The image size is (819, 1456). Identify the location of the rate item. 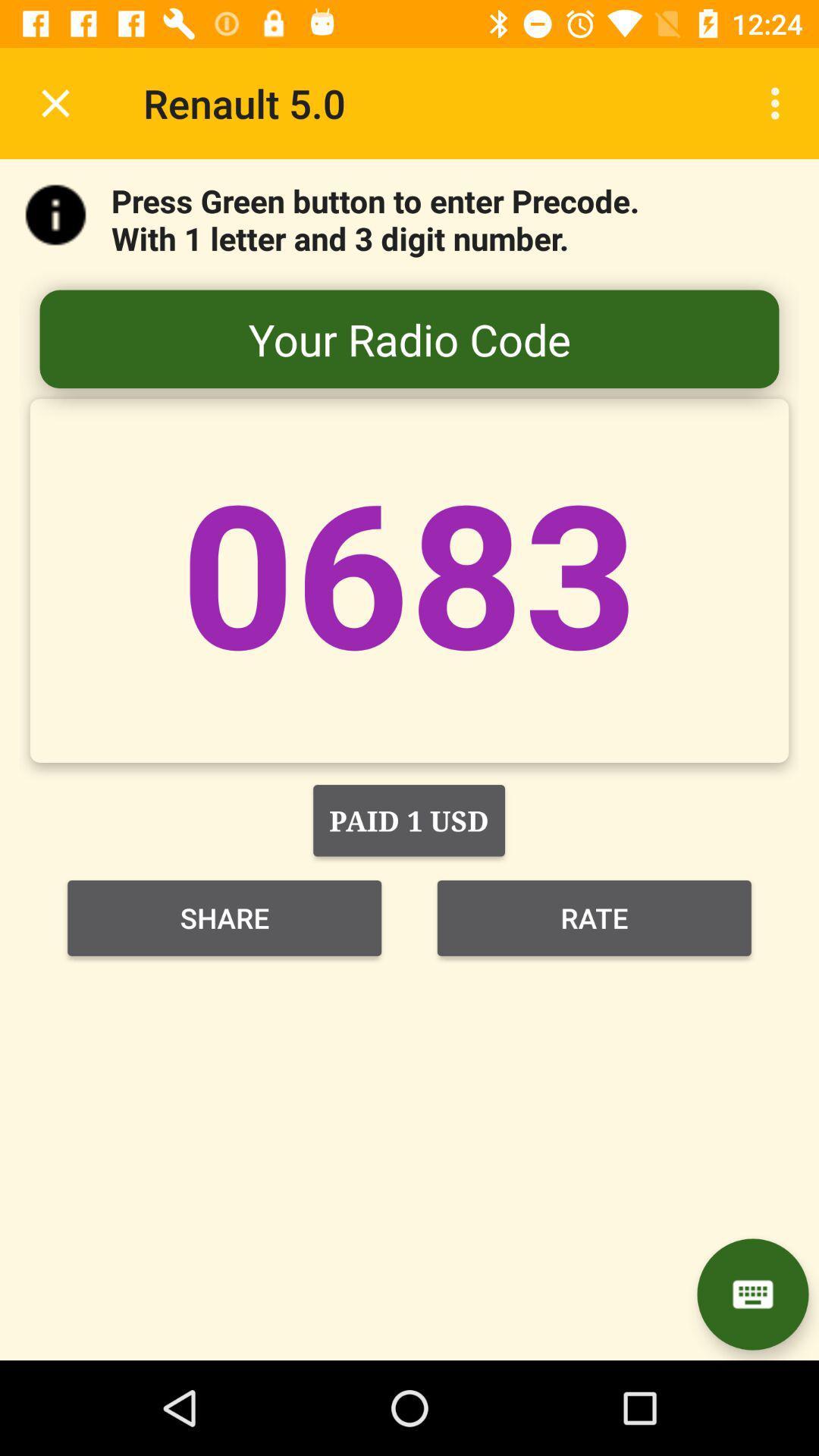
(593, 917).